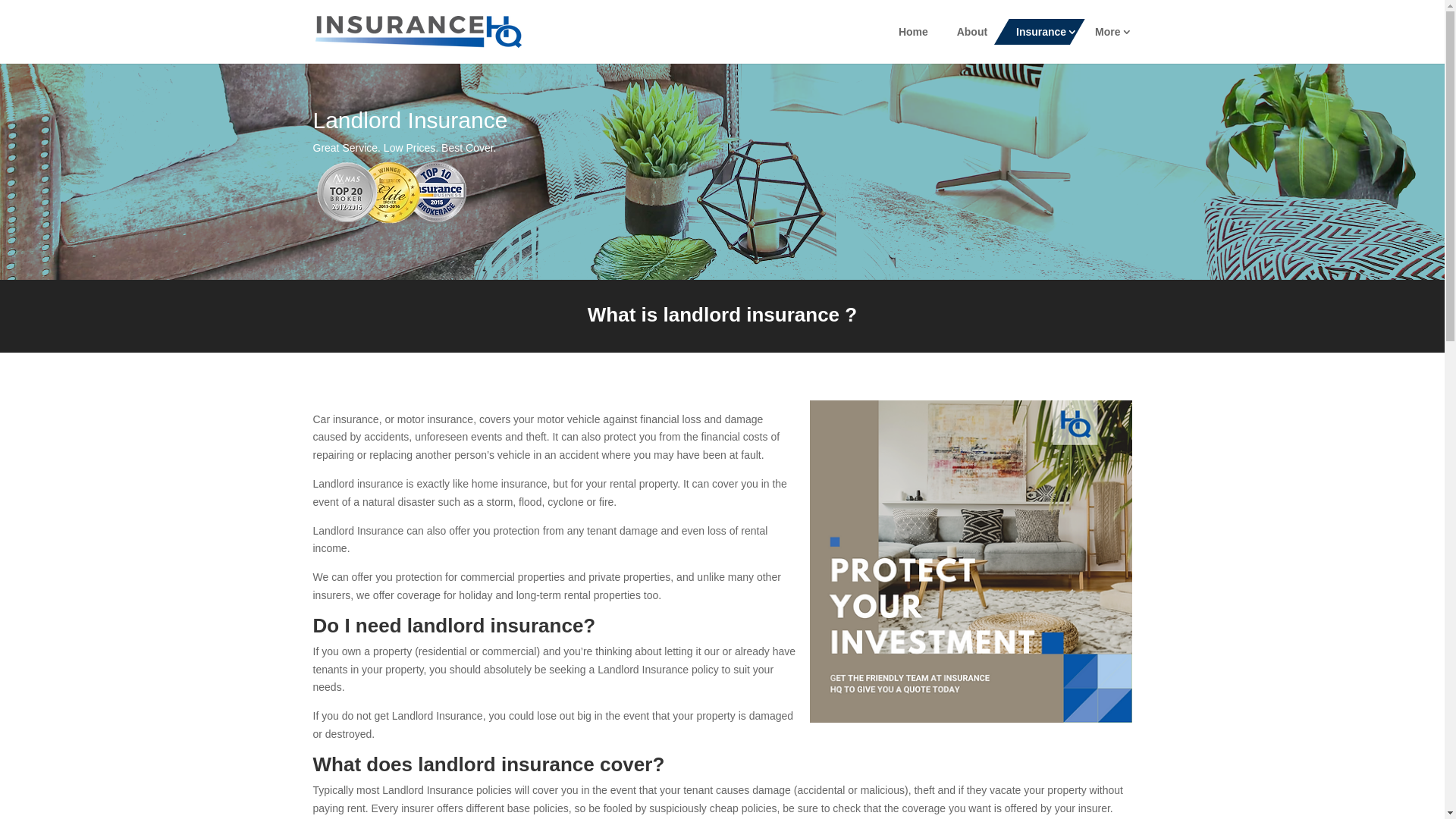 This screenshot has width=1456, height=819. Describe the element at coordinates (1040, 32) in the screenshot. I see `'Insurance'` at that location.